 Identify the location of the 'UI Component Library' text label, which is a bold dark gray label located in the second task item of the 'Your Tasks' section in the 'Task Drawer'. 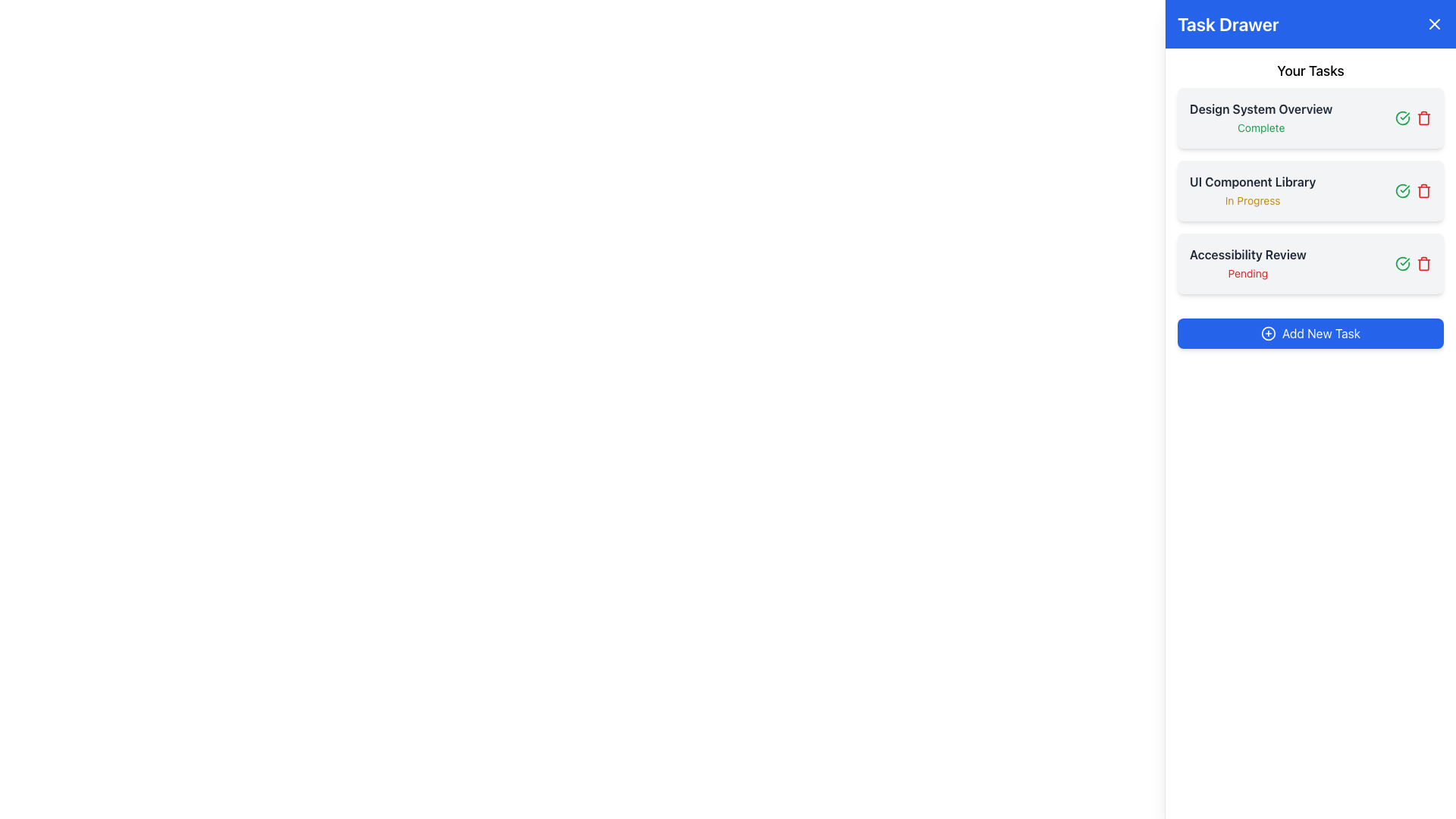
(1252, 180).